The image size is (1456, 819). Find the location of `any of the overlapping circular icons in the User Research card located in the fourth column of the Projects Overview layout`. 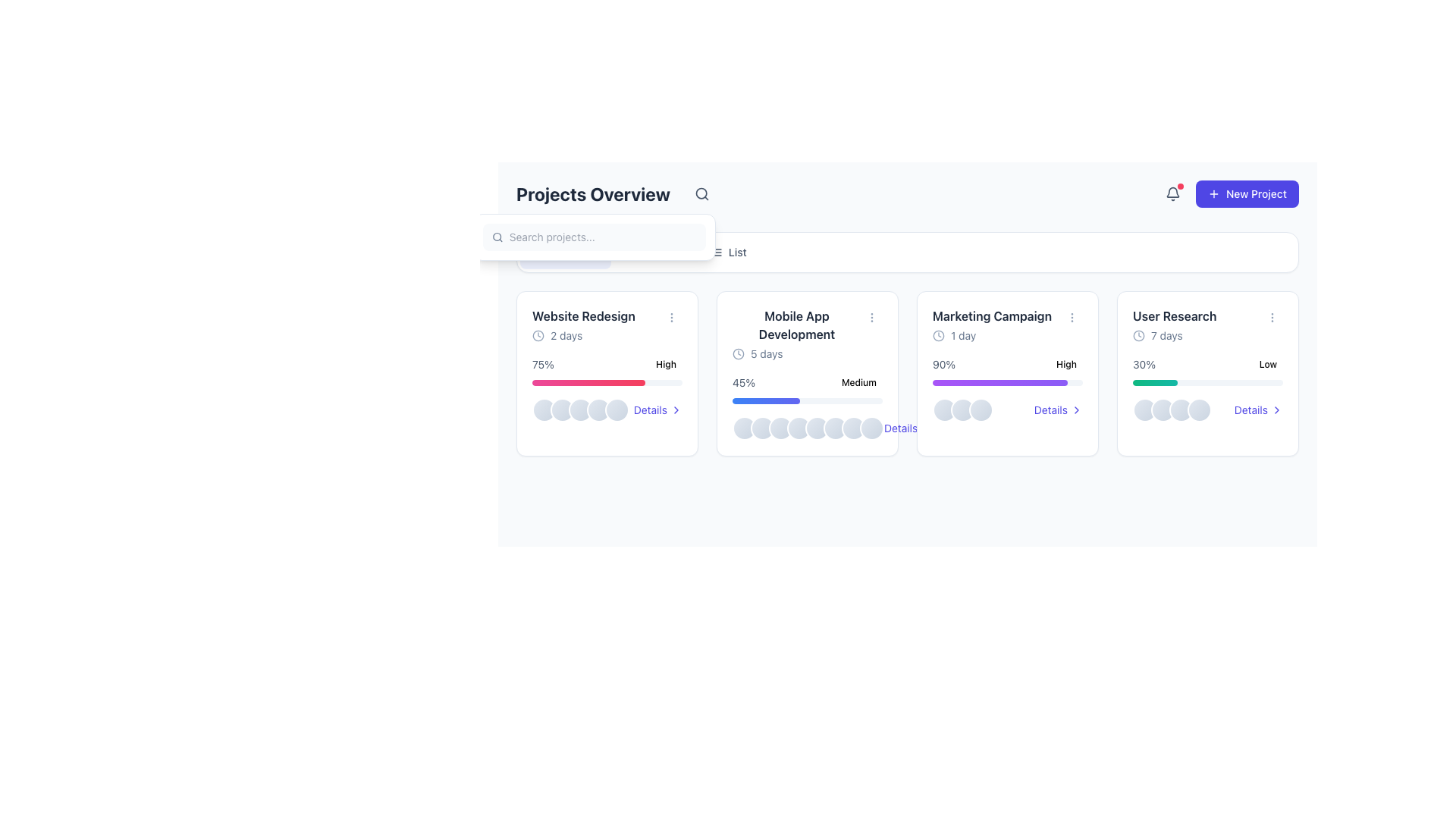

any of the overlapping circular icons in the User Research card located in the fourth column of the Projects Overview layout is located at coordinates (1171, 409).